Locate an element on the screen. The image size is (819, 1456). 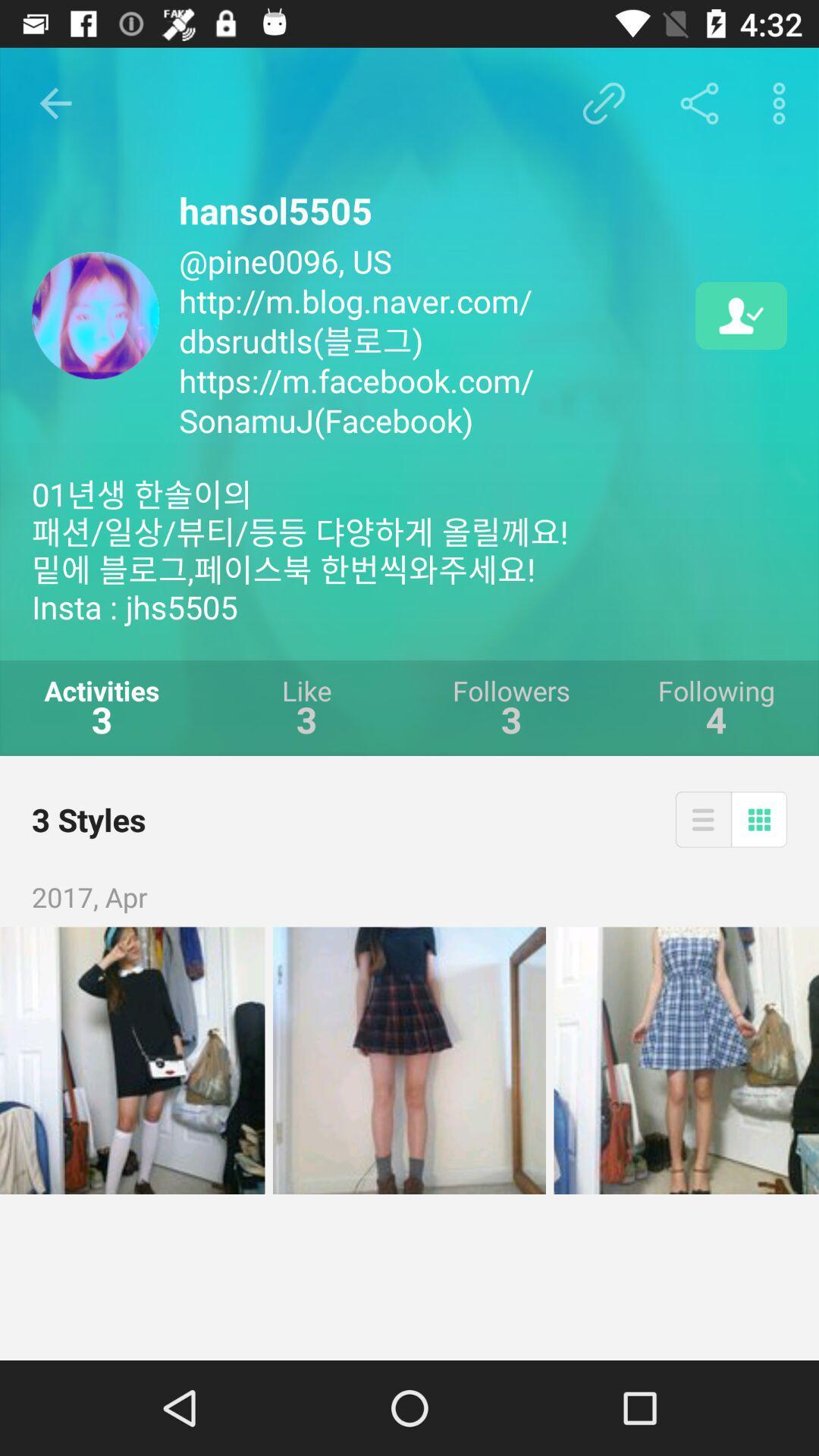
advertisement friend is located at coordinates (740, 315).